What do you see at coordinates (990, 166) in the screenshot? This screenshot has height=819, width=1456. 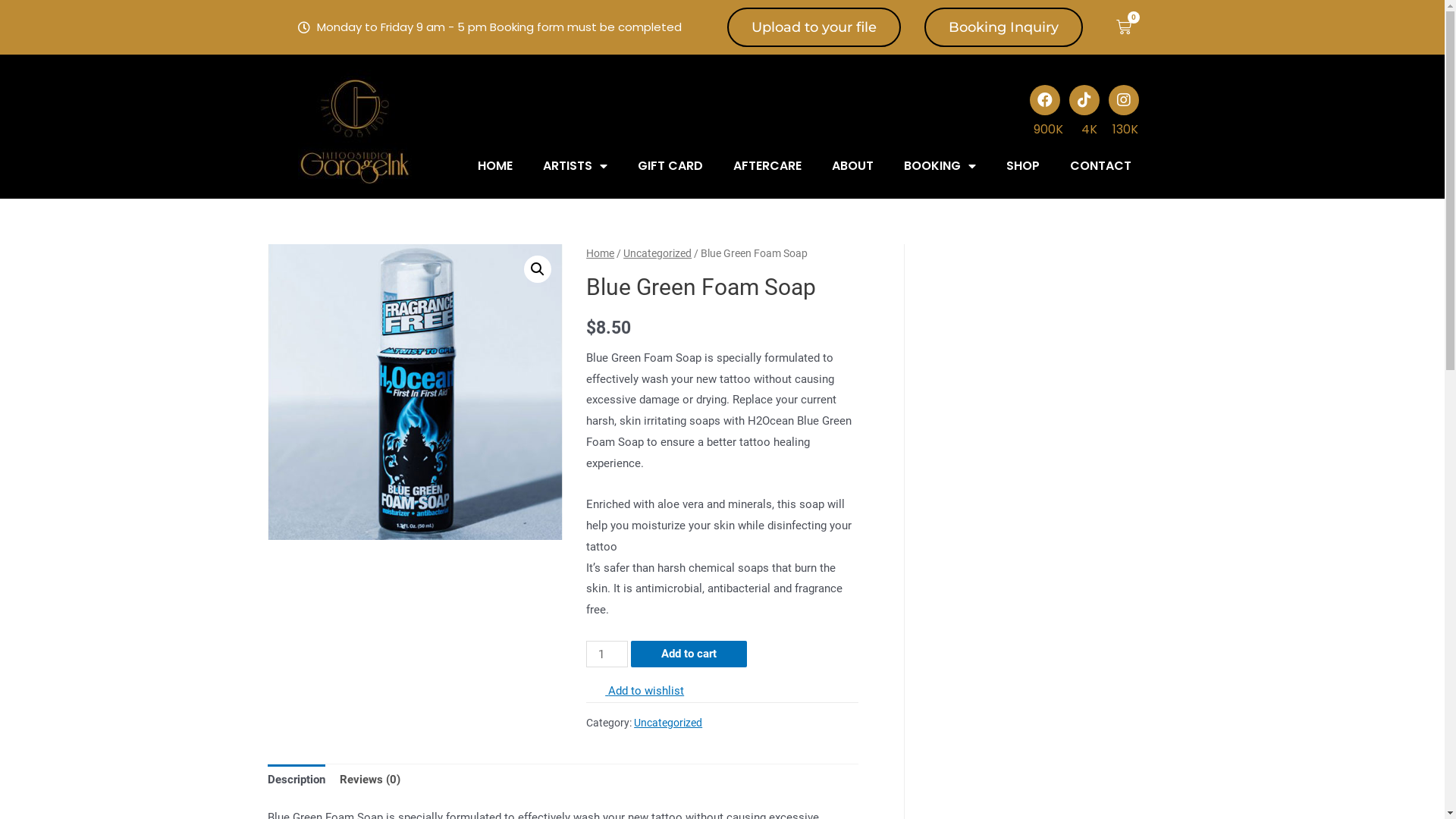 I see `'SHOP'` at bounding box center [990, 166].